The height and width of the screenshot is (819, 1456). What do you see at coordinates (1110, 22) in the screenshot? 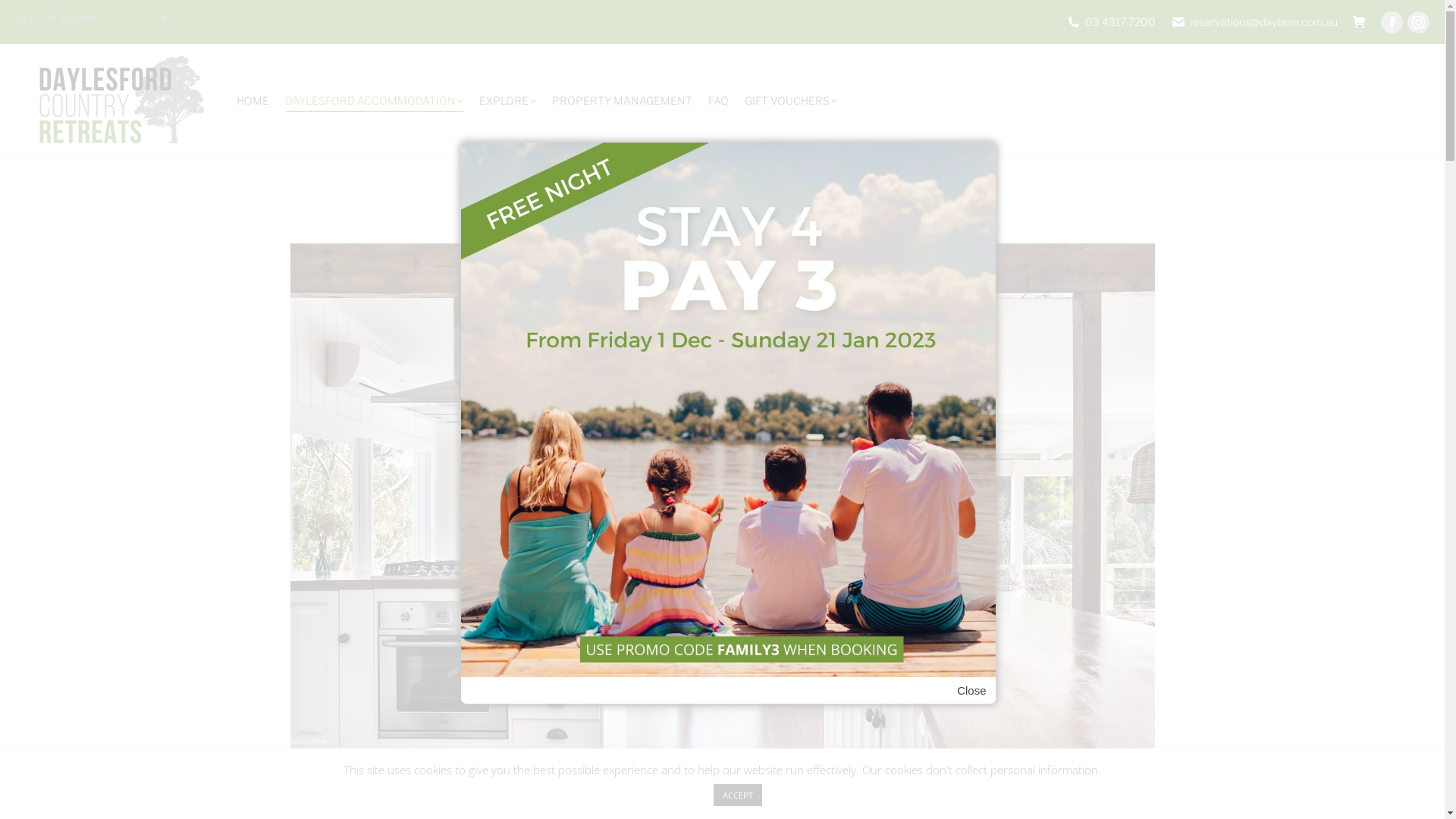
I see `'03 4317 7200'` at bounding box center [1110, 22].